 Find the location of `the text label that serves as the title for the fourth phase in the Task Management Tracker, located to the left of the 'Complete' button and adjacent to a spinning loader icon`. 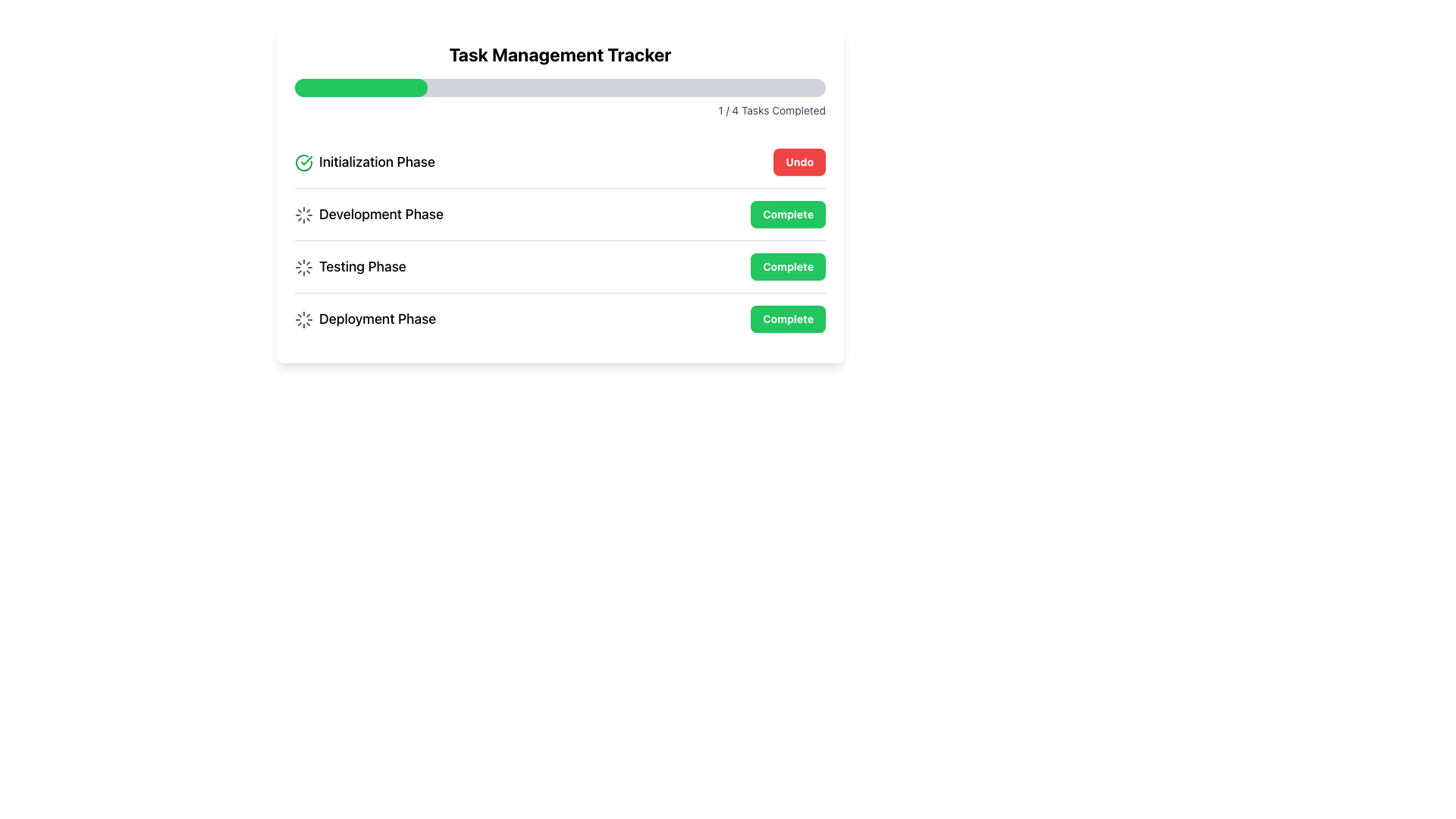

the text label that serves as the title for the fourth phase in the Task Management Tracker, located to the left of the 'Complete' button and adjacent to a spinning loader icon is located at coordinates (366, 318).